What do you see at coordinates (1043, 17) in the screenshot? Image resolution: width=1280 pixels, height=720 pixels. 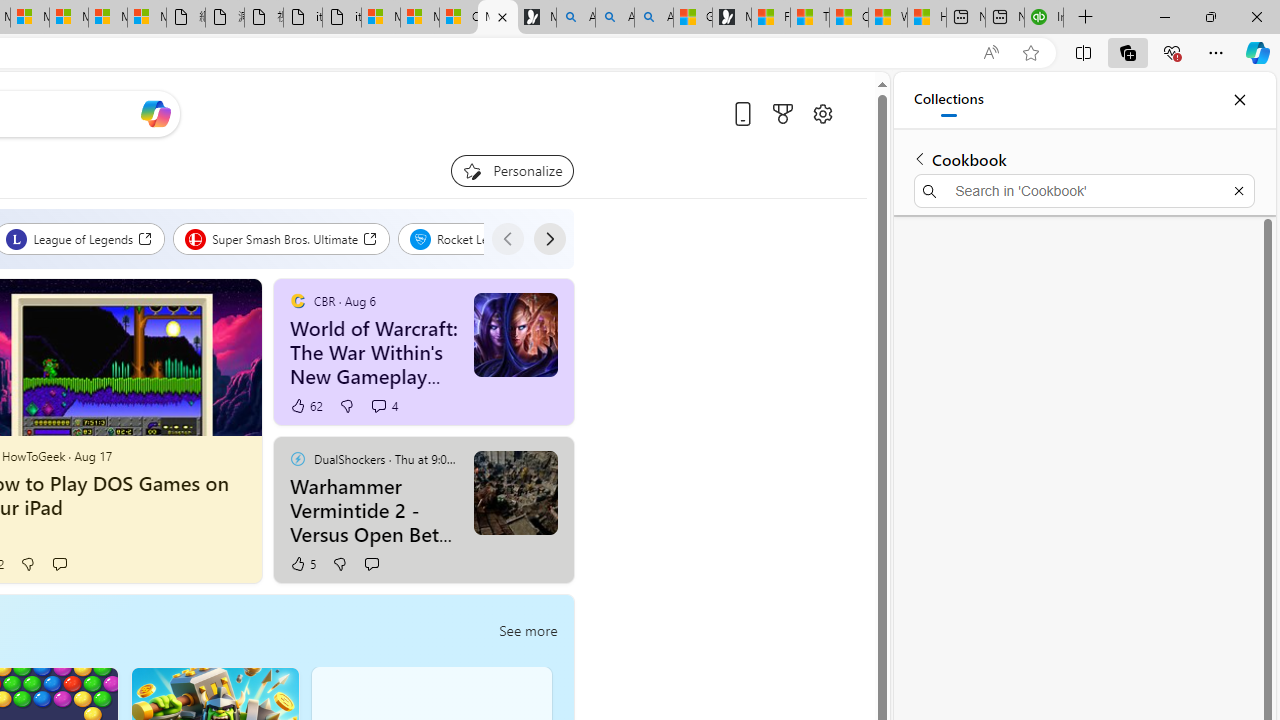 I see `'Intuit QuickBooks Online - Quickbooks'` at bounding box center [1043, 17].